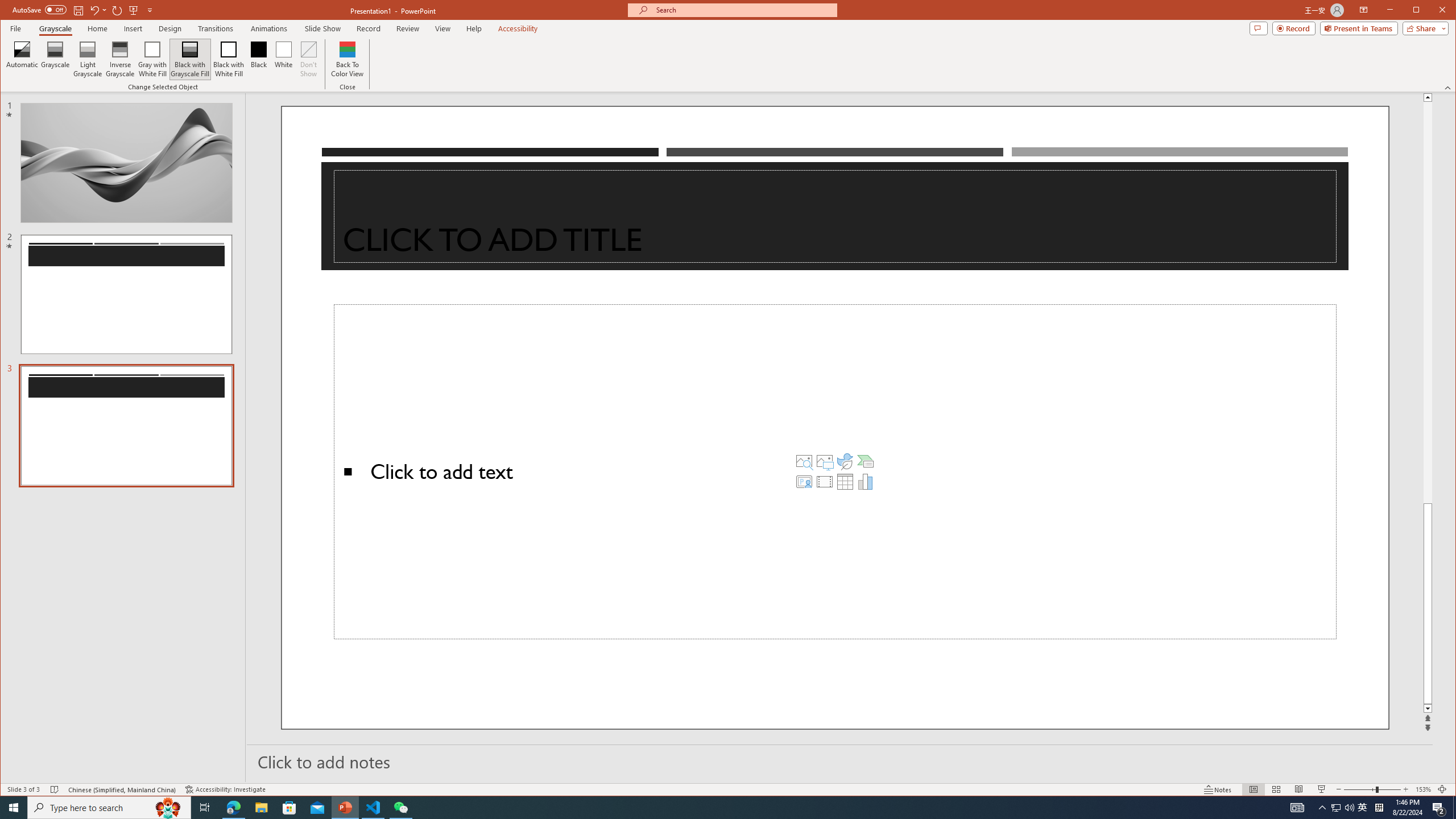  Describe the element at coordinates (204, 806) in the screenshot. I see `'Task View'` at that location.